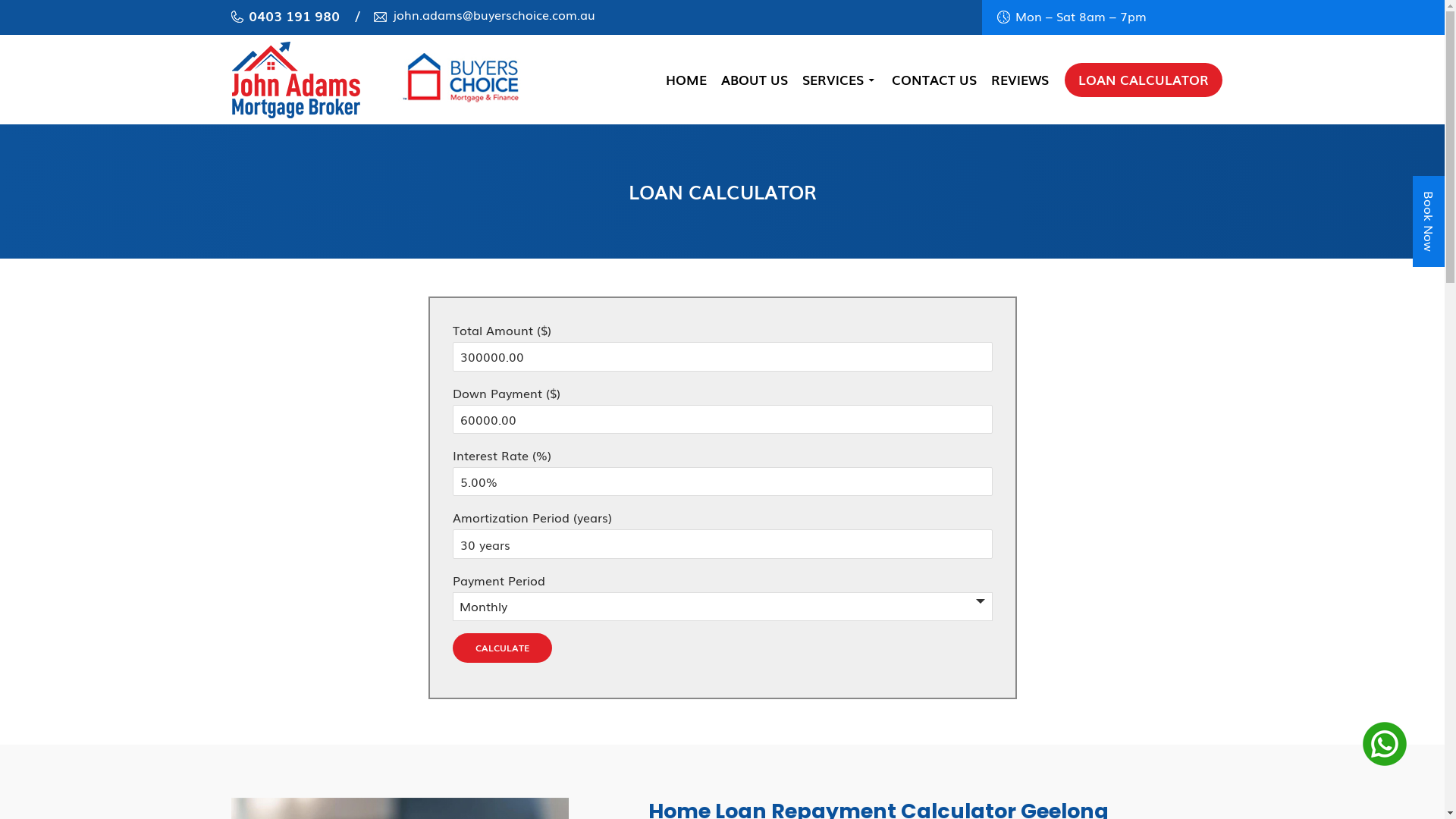 This screenshot has height=819, width=1456. What do you see at coordinates (284, 14) in the screenshot?
I see `'0403 191 980'` at bounding box center [284, 14].